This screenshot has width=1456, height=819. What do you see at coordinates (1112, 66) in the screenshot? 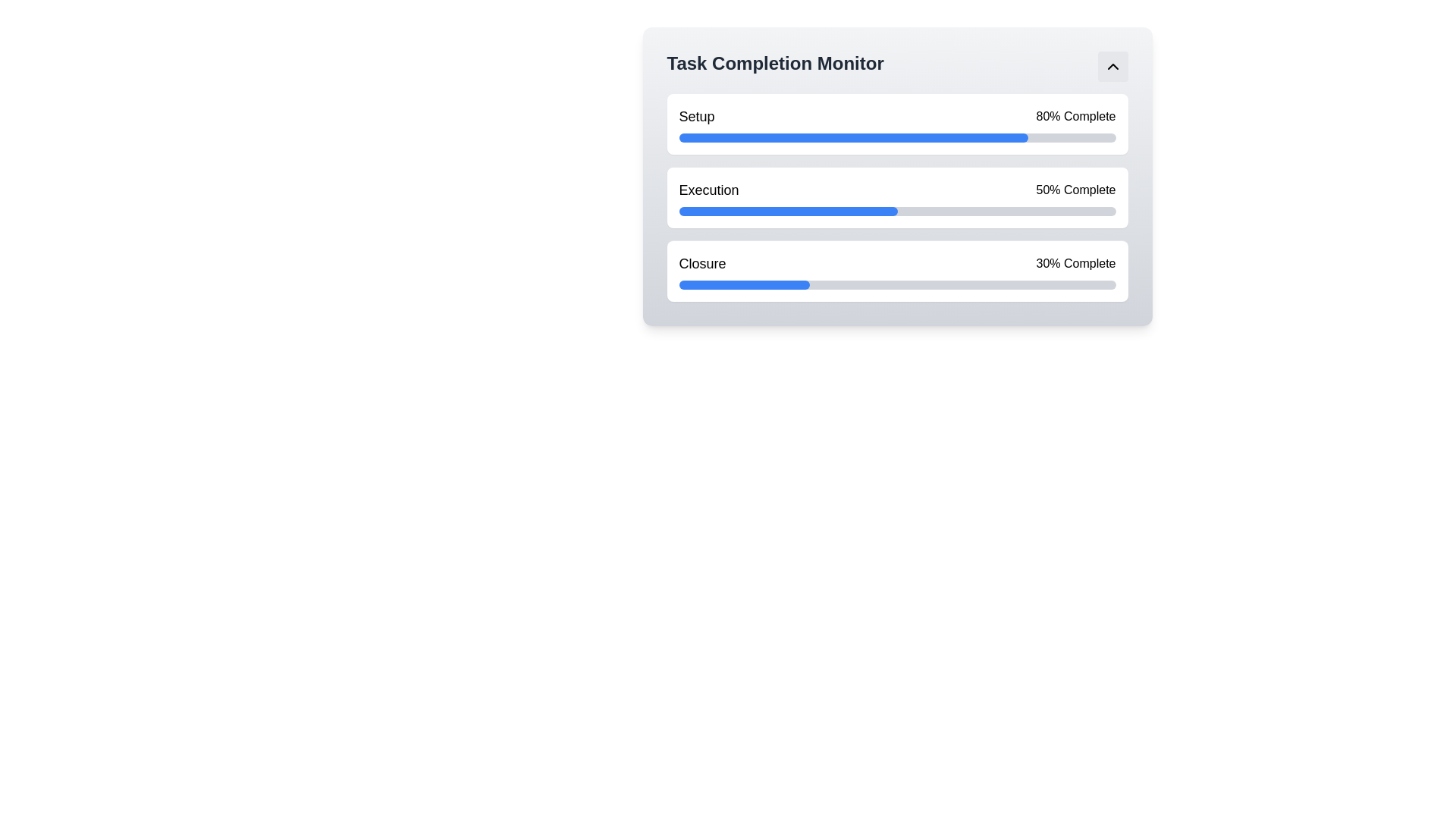
I see `the small rectangular button with a light gray background and a black upward-pointing chevron icon in the 'Task Completion Monitor' section` at bounding box center [1112, 66].